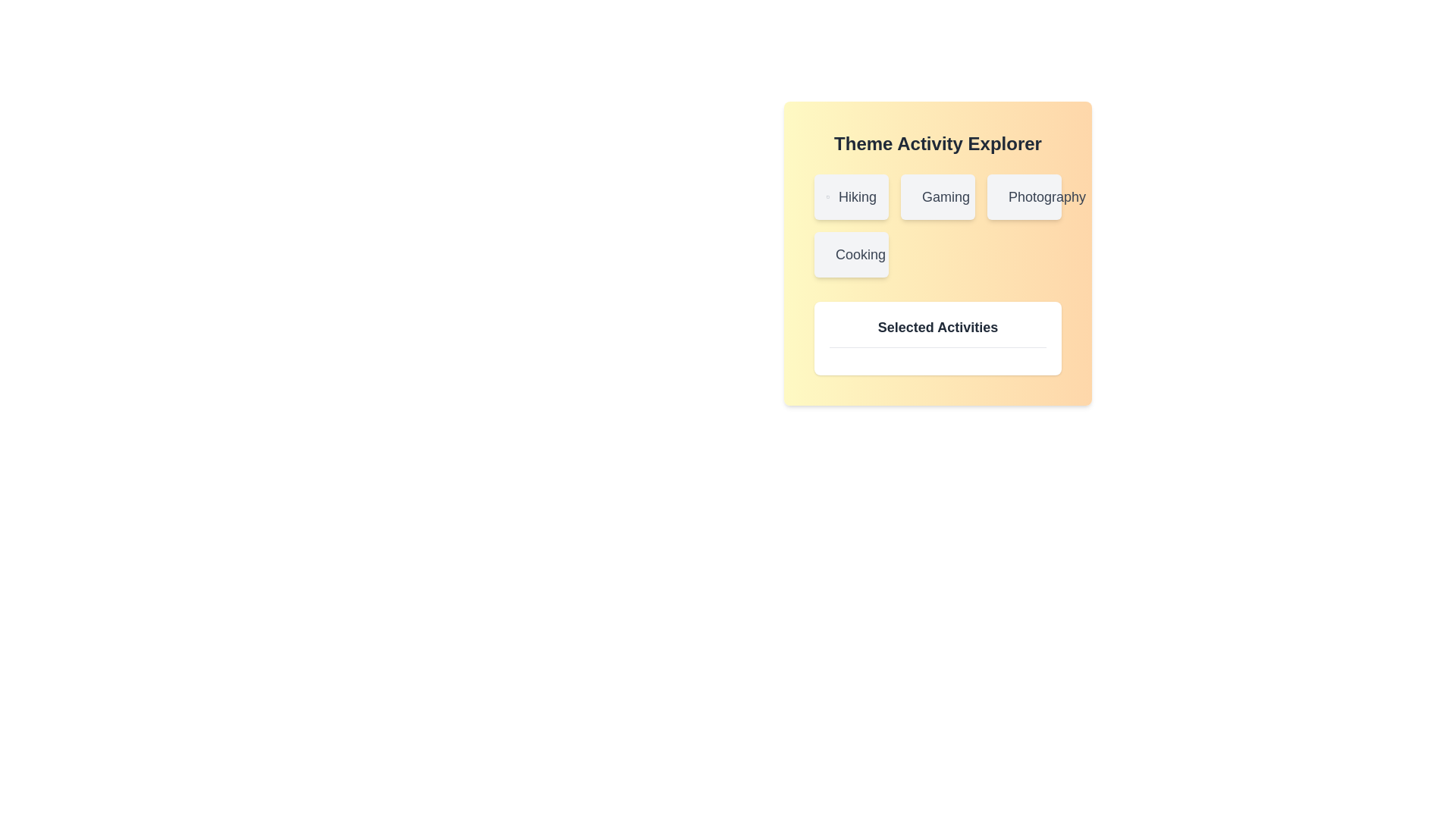  I want to click on the small square with rounded edges and a stroke outline that represents the icon for the 'Cooking' button in the 'Theme Activity Explorer' interface, so click(835, 253).